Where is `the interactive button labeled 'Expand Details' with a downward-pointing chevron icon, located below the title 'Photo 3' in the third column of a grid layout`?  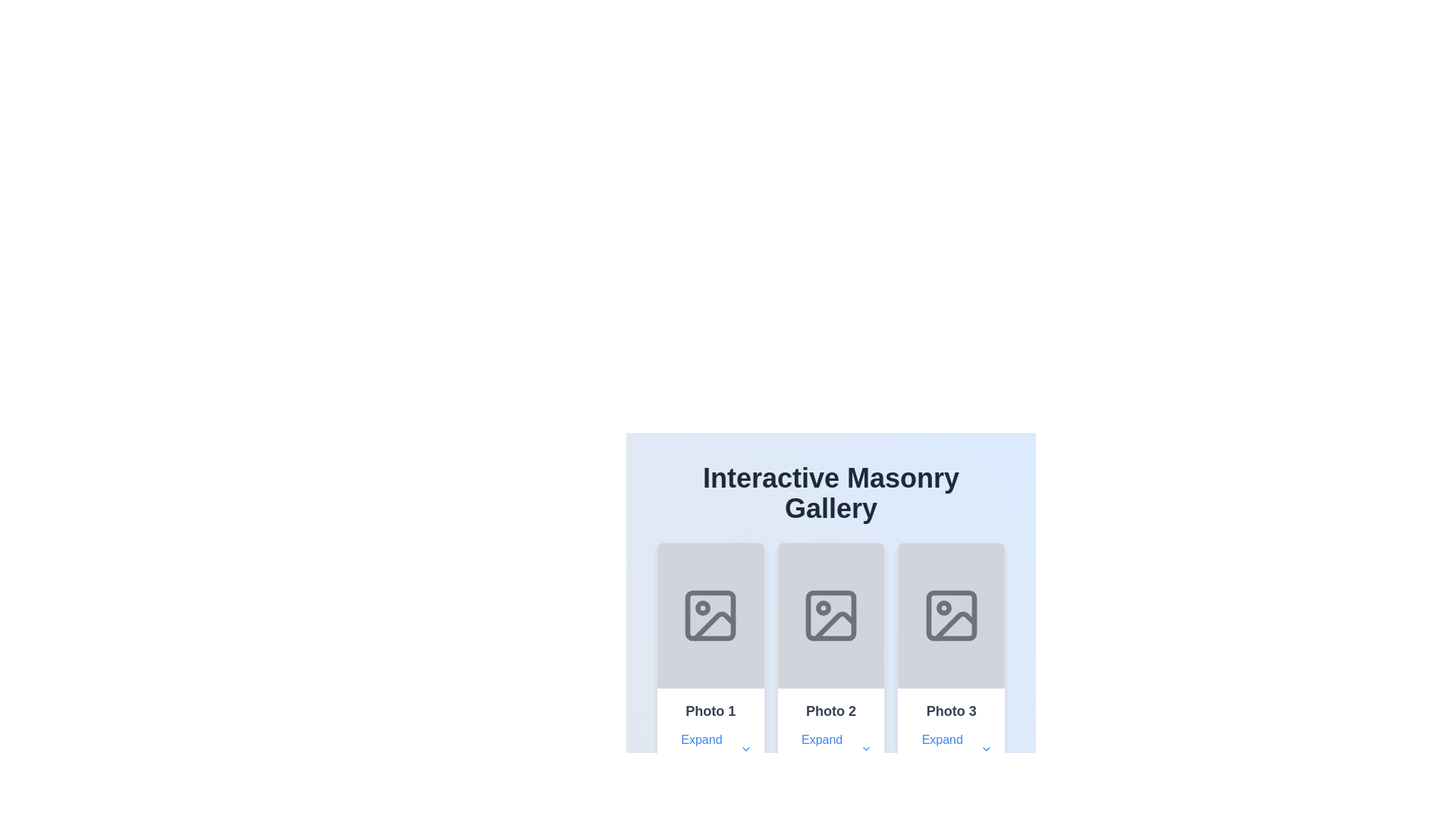 the interactive button labeled 'Expand Details' with a downward-pointing chevron icon, located below the title 'Photo 3' in the third column of a grid layout is located at coordinates (950, 748).